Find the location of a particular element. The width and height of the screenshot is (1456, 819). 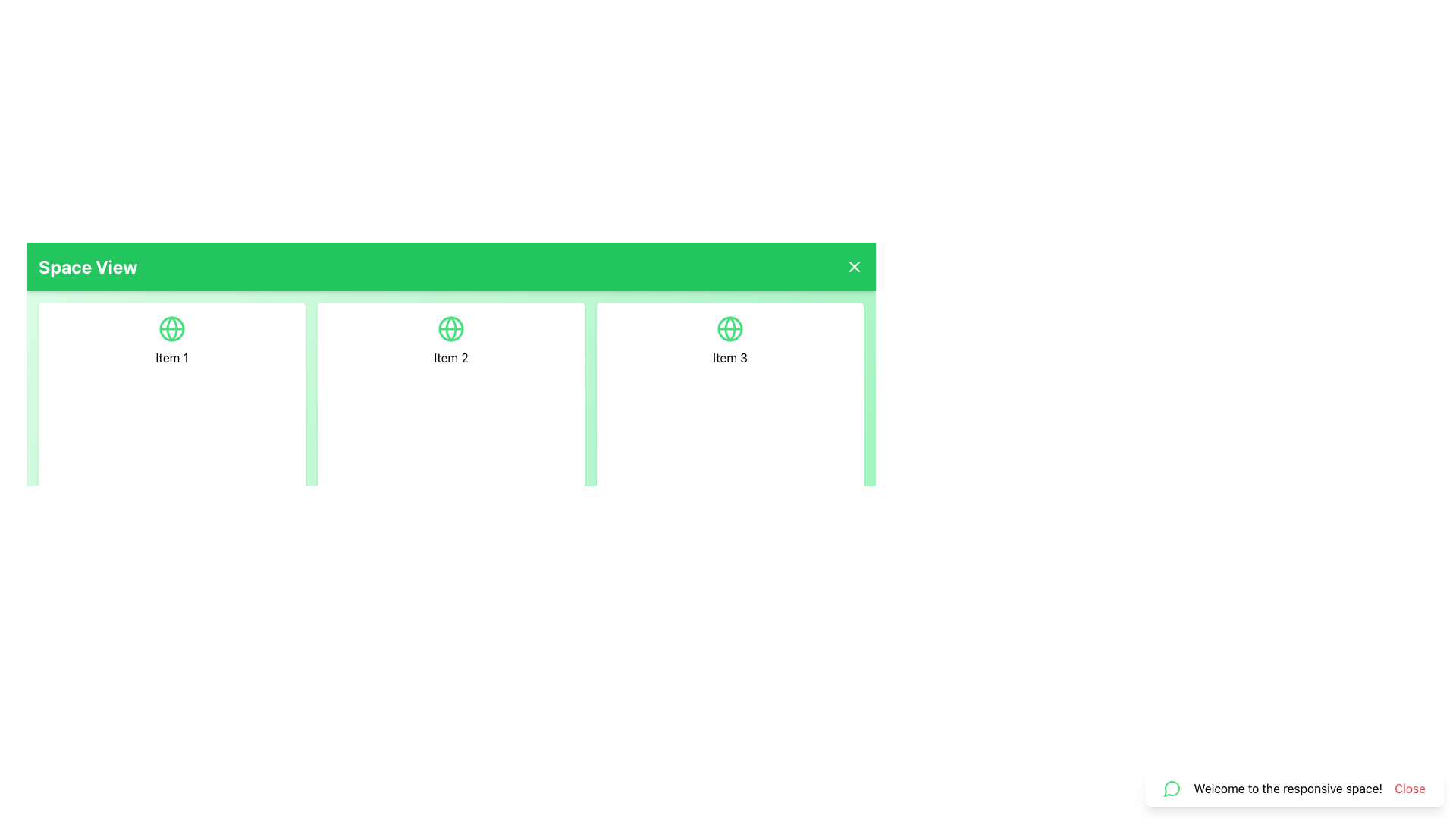

the circular graphical element associated with 'Item 1' in the SVG, located above its label is located at coordinates (171, 328).